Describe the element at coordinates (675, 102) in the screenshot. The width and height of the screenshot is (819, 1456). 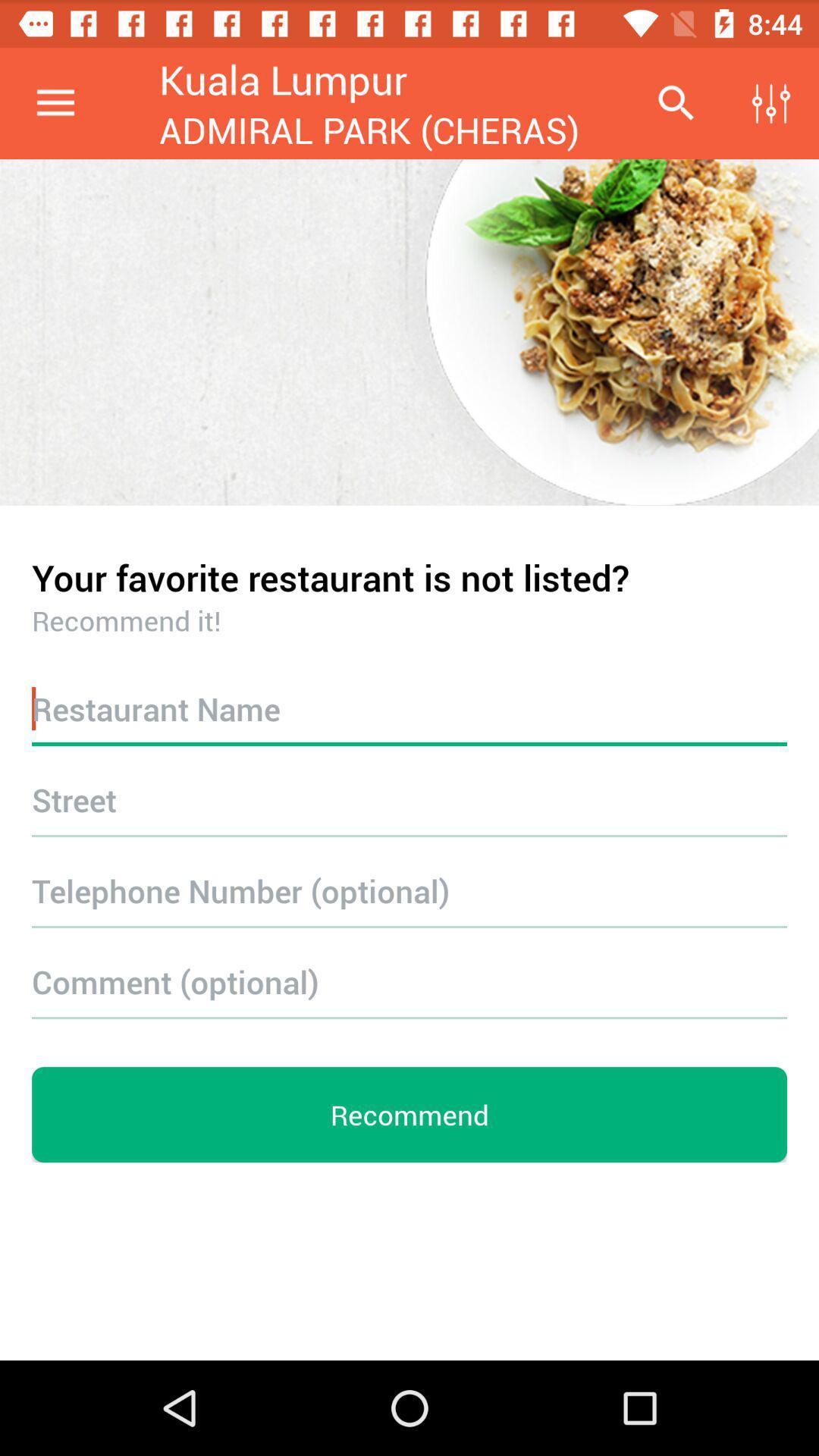
I see `icon next to kuala lumpur icon` at that location.